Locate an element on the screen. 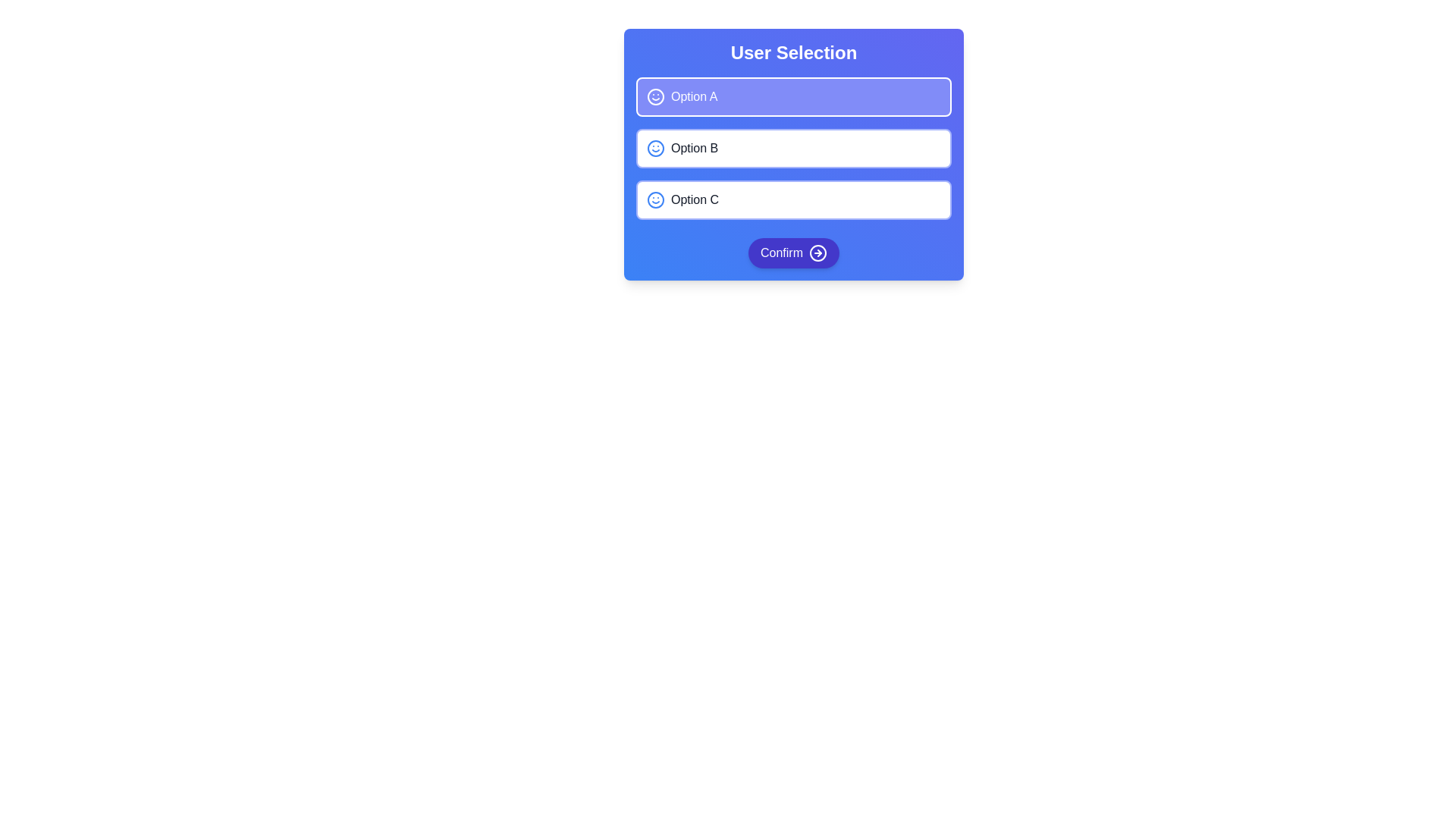  the selectable option for 'Option B' to indicate the user's selection from a vertically stacked group of options is located at coordinates (792, 149).